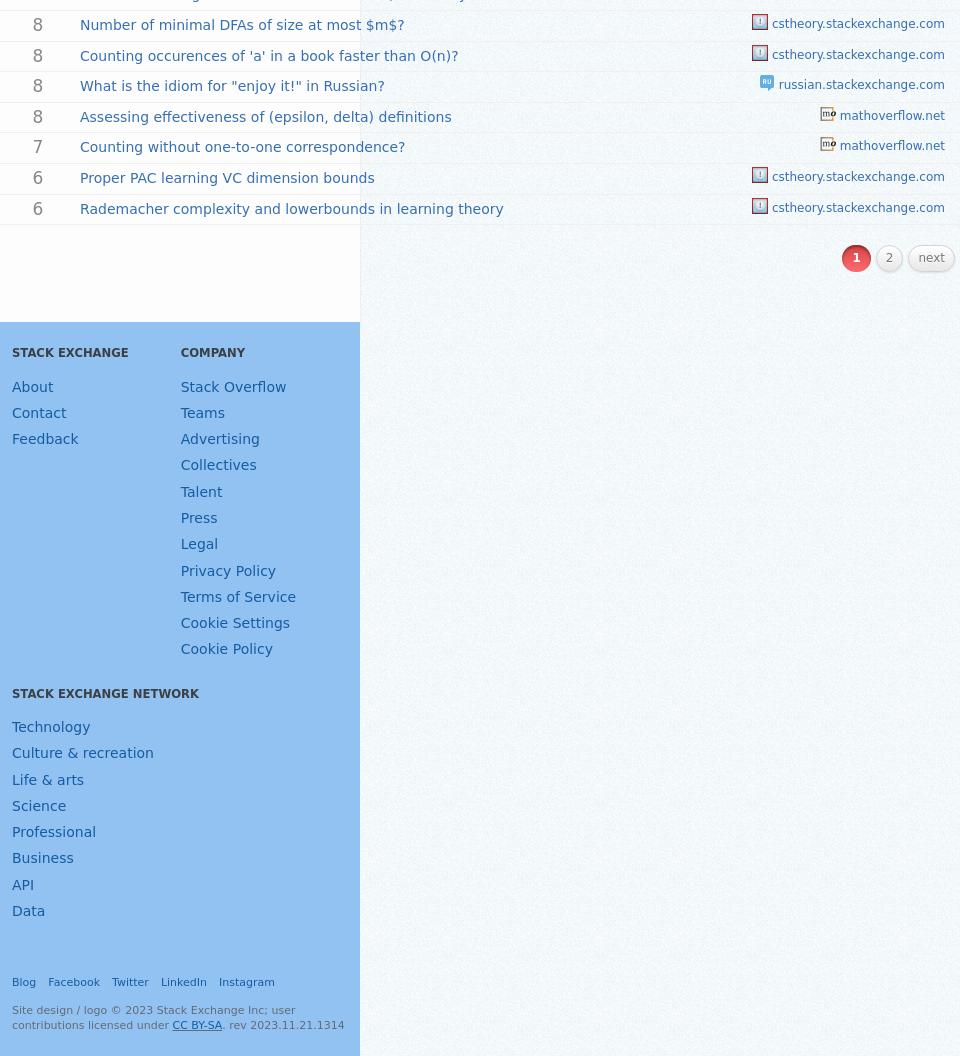 The height and width of the screenshot is (1056, 960). I want to click on 'Cookie Settings', so click(235, 622).